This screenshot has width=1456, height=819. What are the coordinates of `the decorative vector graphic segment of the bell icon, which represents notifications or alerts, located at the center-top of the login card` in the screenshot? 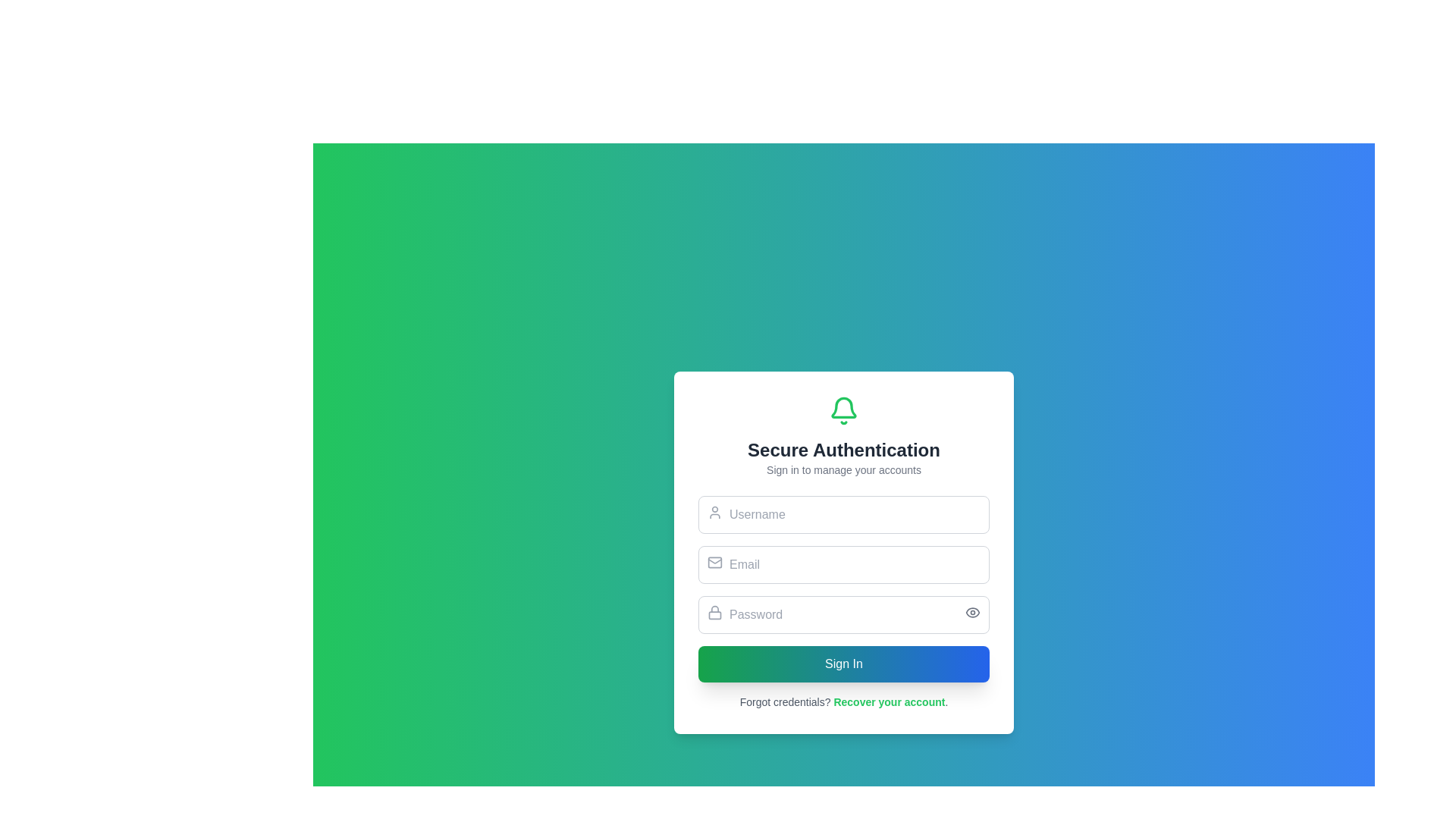 It's located at (843, 406).